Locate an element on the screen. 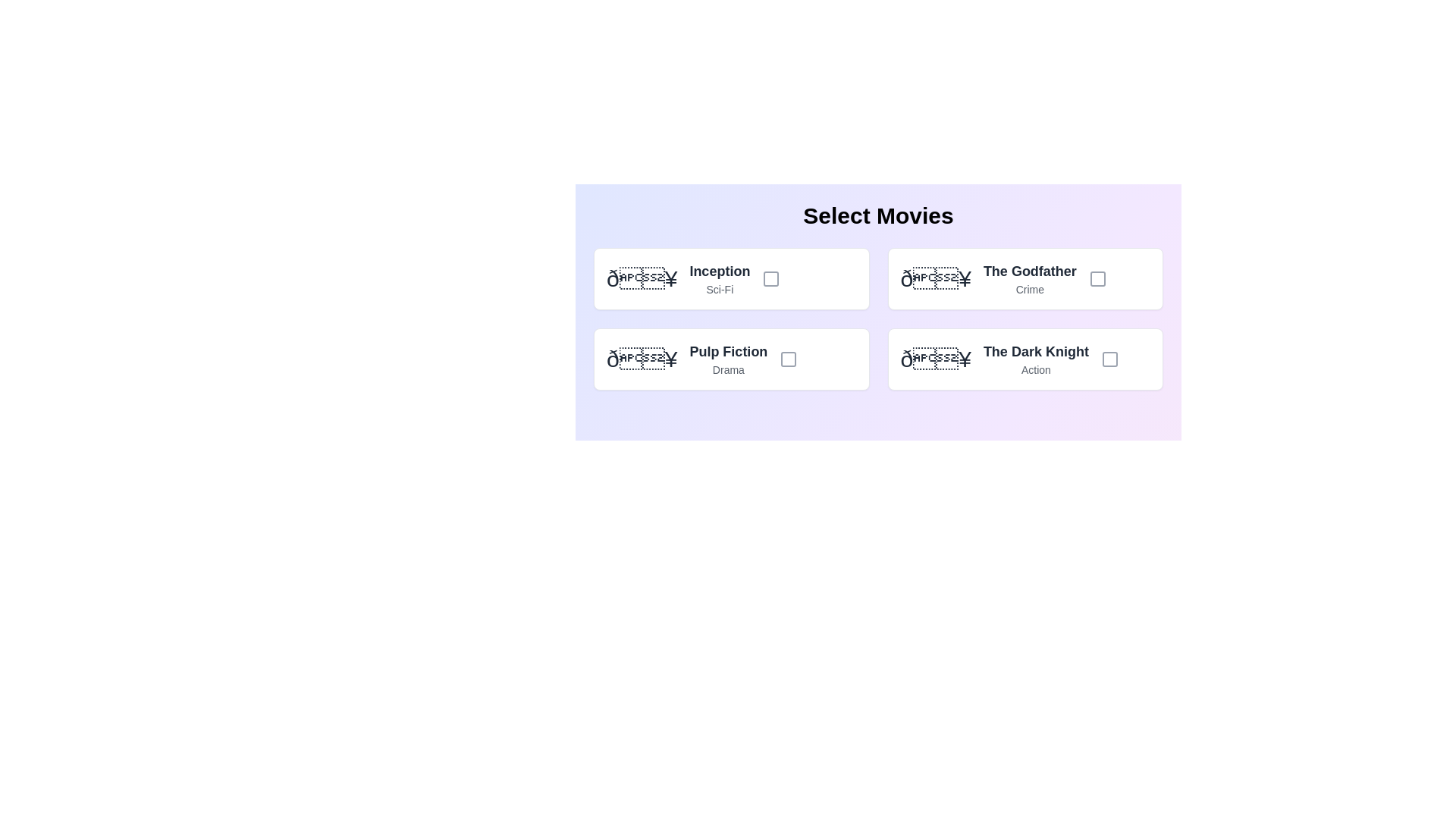 The width and height of the screenshot is (1456, 819). the movie card for The Dark Knight to select or deselect it is located at coordinates (1025, 359).